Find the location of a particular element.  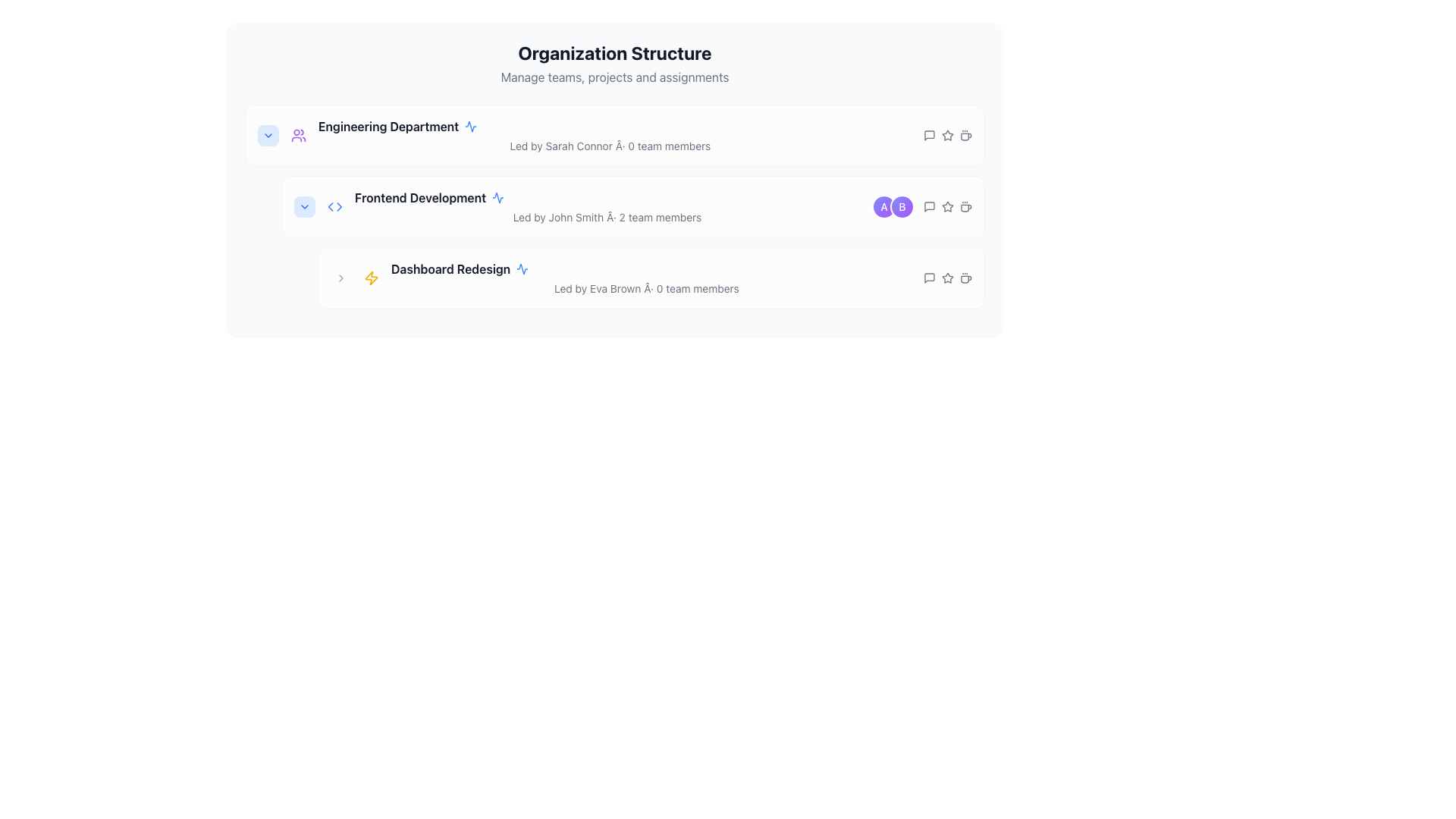

the Avatar group containing the overlapping circular avatars with characters 'A' and 'B' is located at coordinates (893, 207).